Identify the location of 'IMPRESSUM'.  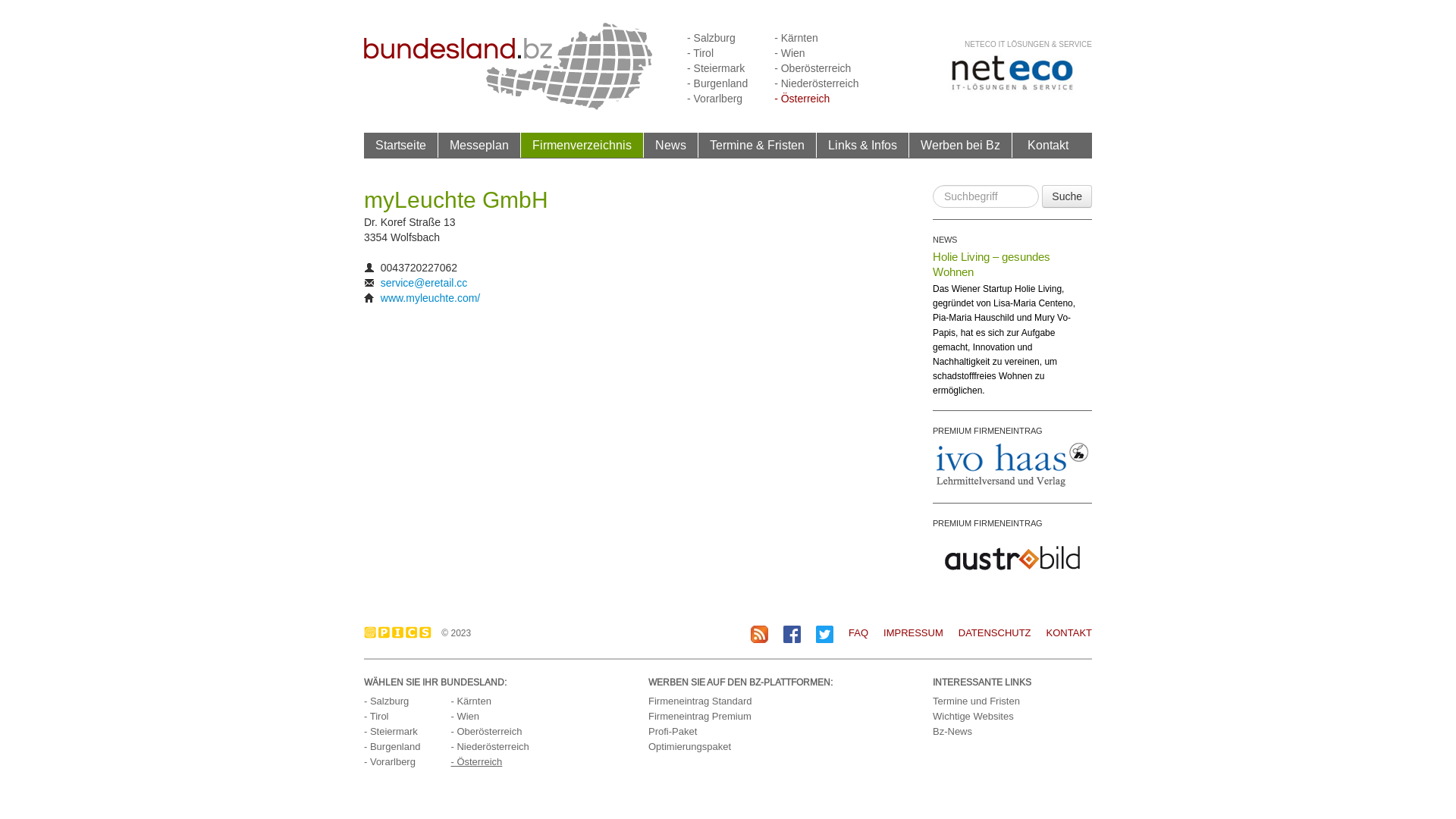
(868, 632).